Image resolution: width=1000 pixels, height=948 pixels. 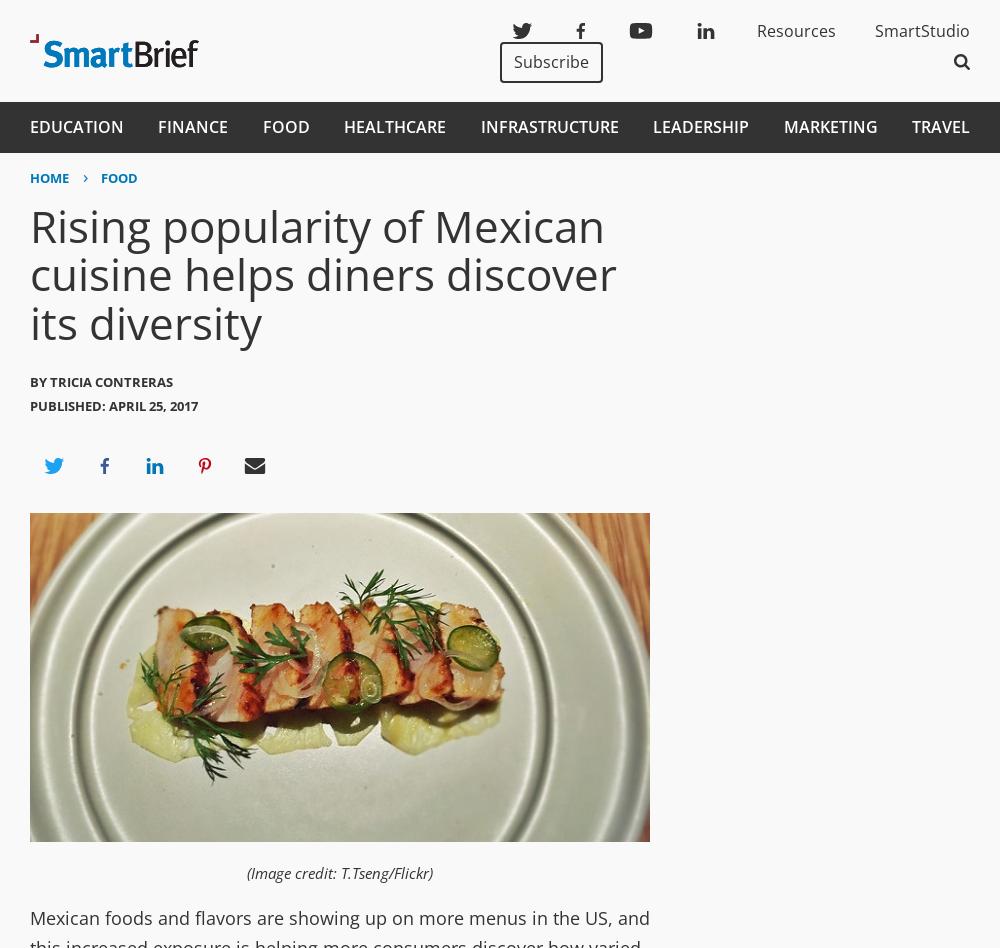 What do you see at coordinates (549, 126) in the screenshot?
I see `'Infrastructure'` at bounding box center [549, 126].